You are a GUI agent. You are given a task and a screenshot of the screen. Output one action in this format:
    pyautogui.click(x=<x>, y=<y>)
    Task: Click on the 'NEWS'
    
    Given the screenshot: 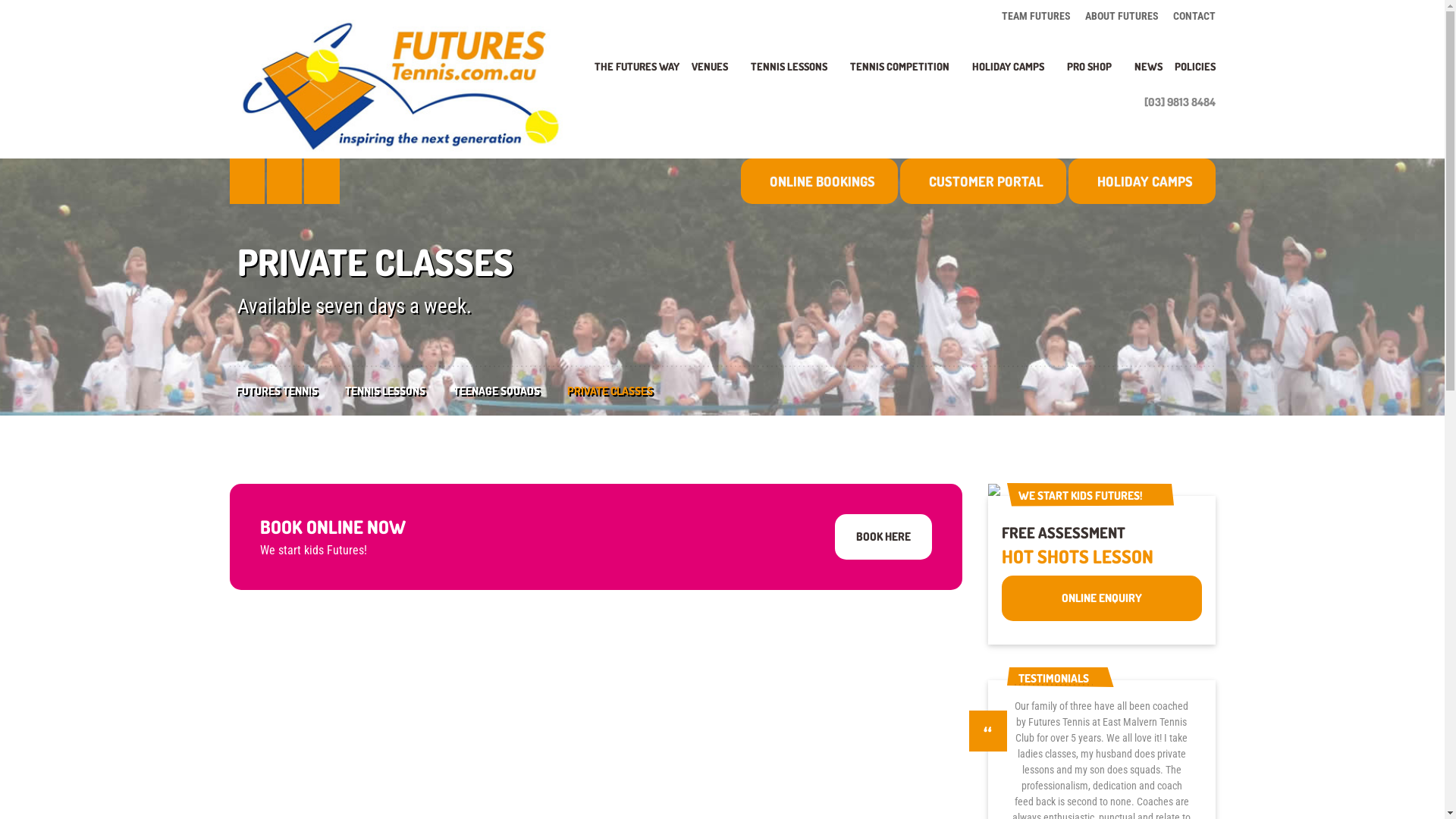 What is the action you would take?
    pyautogui.click(x=1148, y=74)
    